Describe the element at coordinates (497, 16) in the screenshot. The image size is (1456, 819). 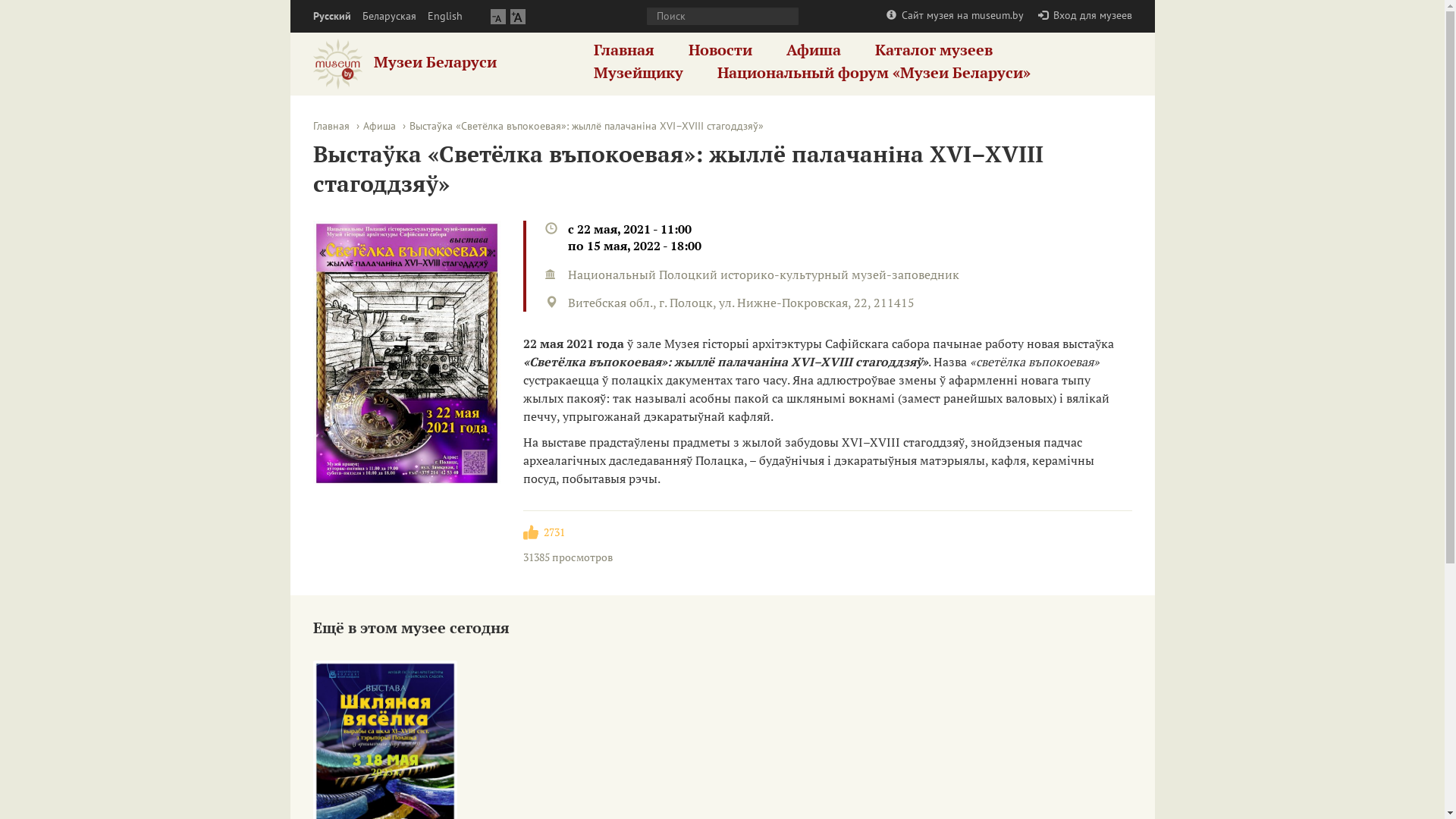
I see `'A'` at that location.